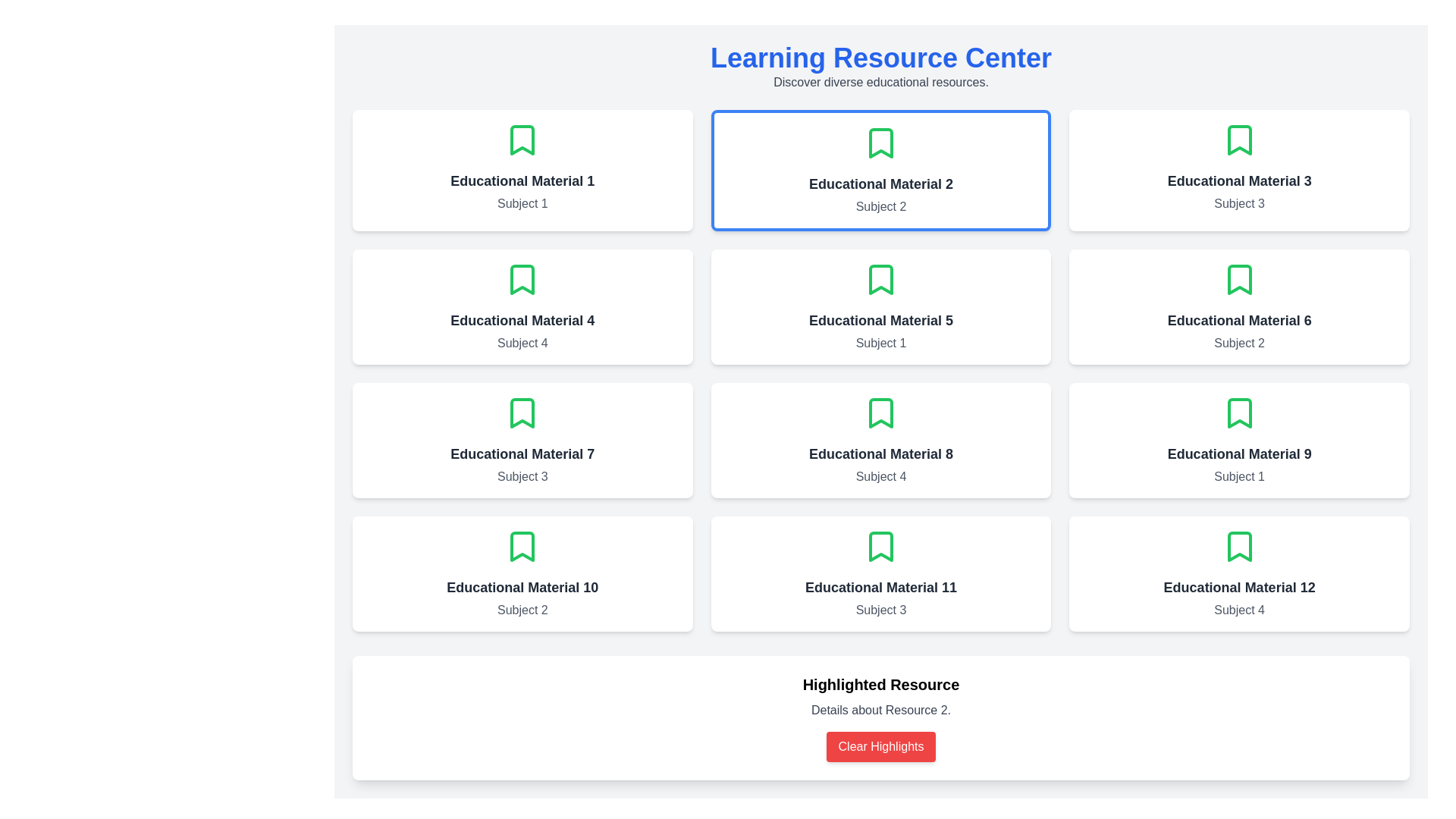 The height and width of the screenshot is (819, 1456). What do you see at coordinates (880, 745) in the screenshot?
I see `the rectangular button with a bold red background and white text reading 'Clear Highlights'` at bounding box center [880, 745].